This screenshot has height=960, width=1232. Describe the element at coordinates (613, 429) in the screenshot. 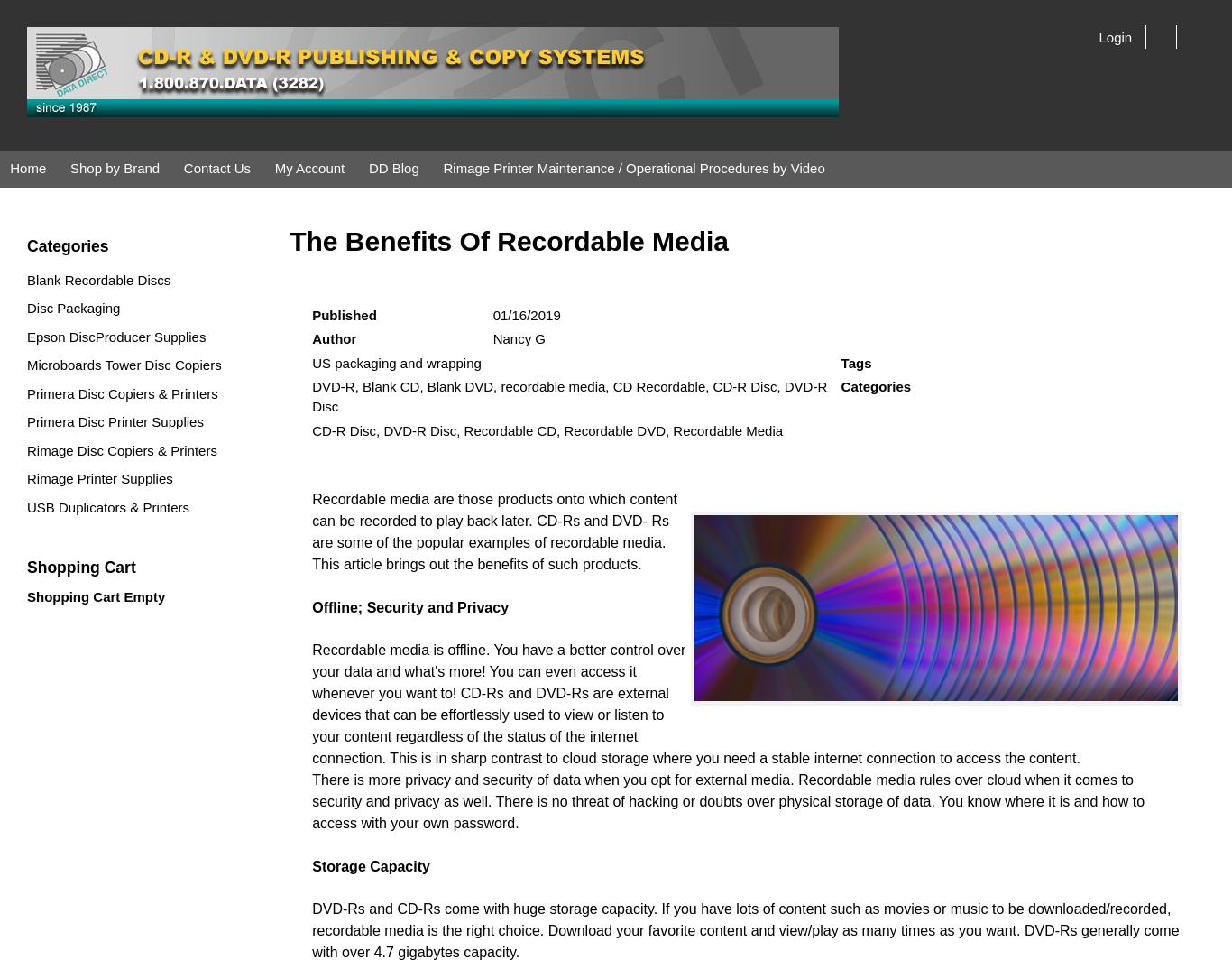

I see `'Recordable DVD'` at that location.